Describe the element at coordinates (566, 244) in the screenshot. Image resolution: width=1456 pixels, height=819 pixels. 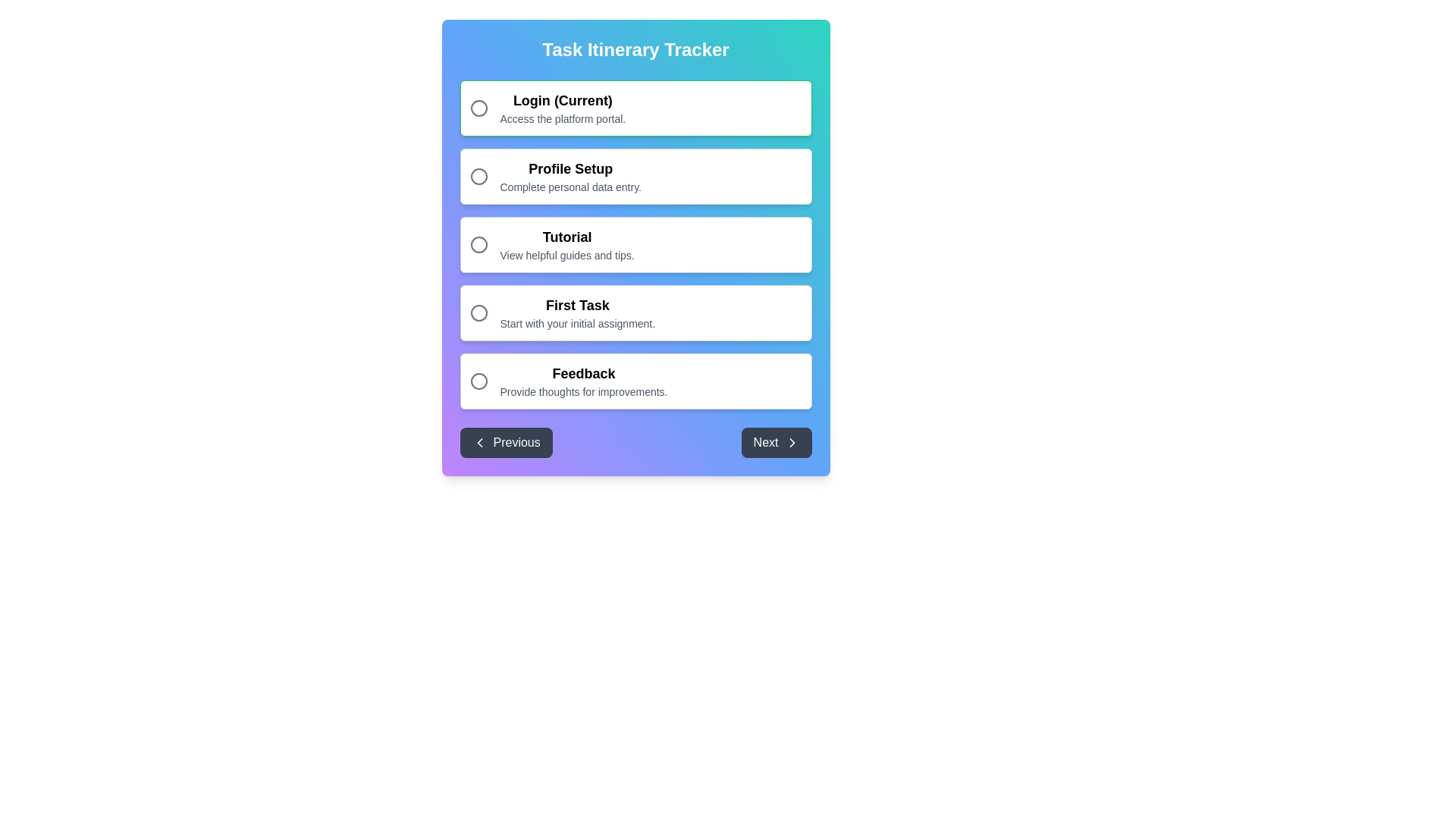
I see `the informational label titled 'Tutorial' that provides a brief description for guidance-related content, positioned centrally in the third row under the 'Task Itinerary Tracker'` at that location.